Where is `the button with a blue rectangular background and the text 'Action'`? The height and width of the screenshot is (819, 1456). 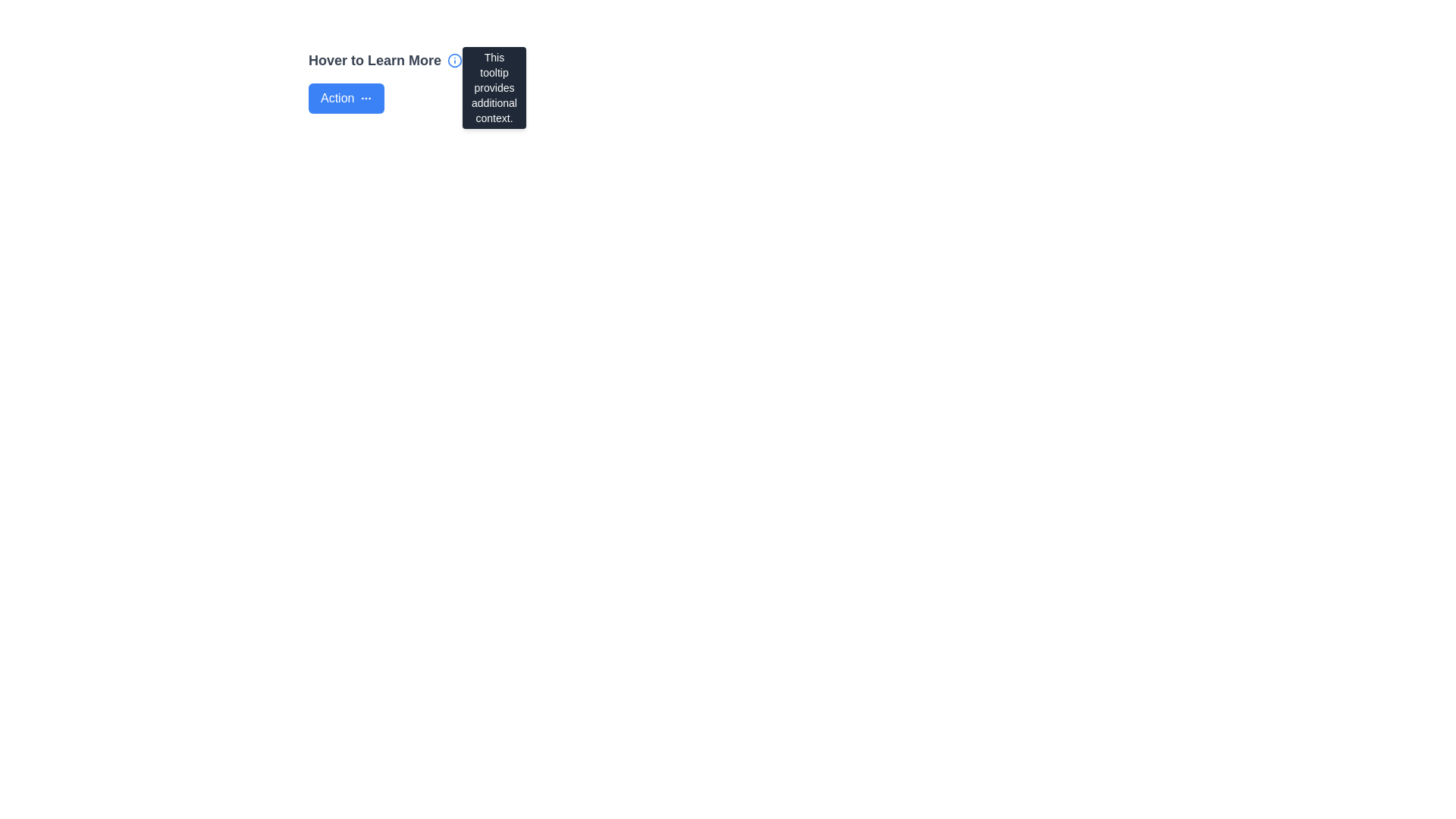 the button with a blue rectangular background and the text 'Action' is located at coordinates (346, 99).